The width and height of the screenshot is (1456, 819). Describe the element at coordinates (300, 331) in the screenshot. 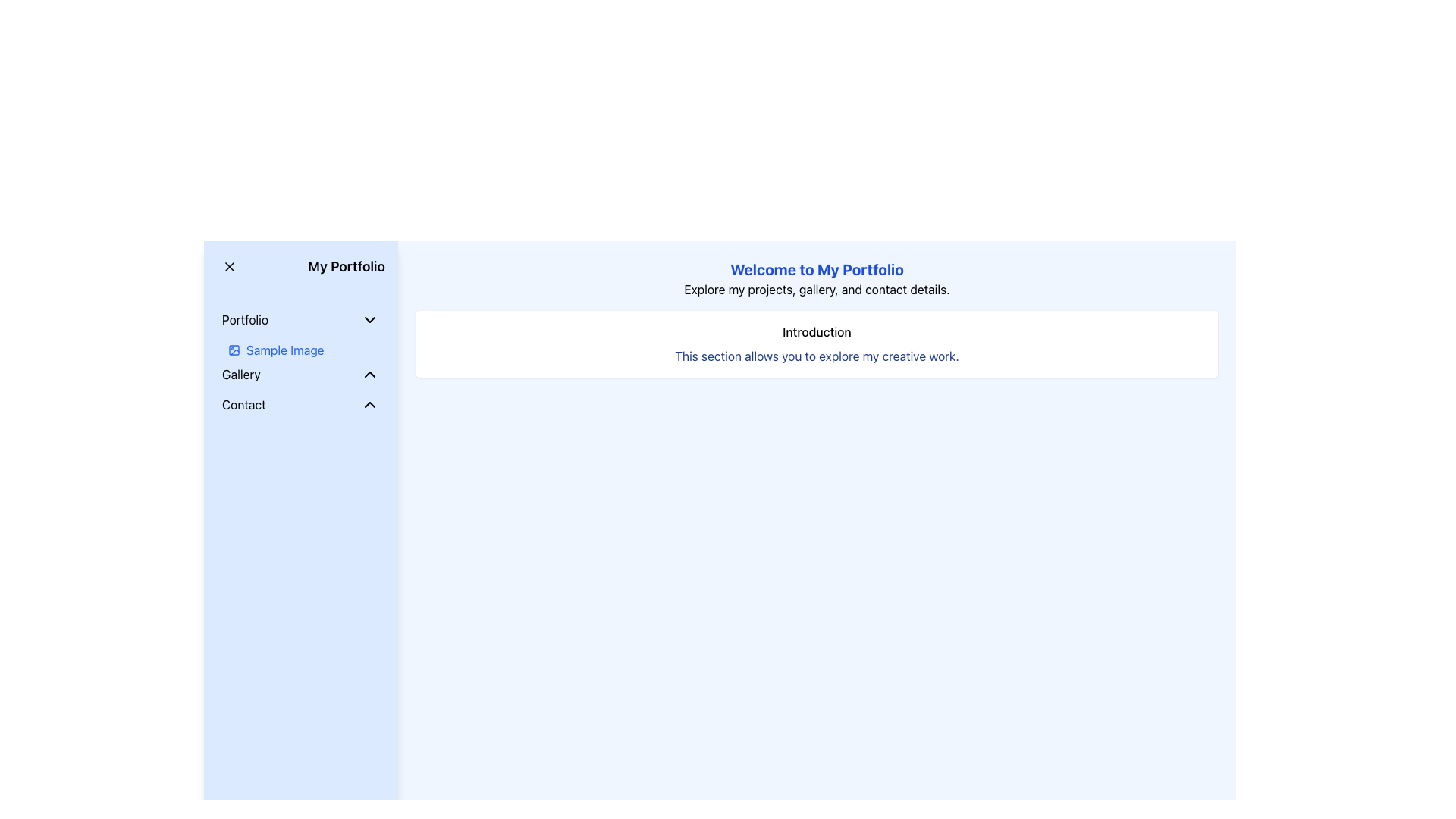

I see `the 'Sample Image' link in the navigation panel under the 'Portfolio' menu` at that location.